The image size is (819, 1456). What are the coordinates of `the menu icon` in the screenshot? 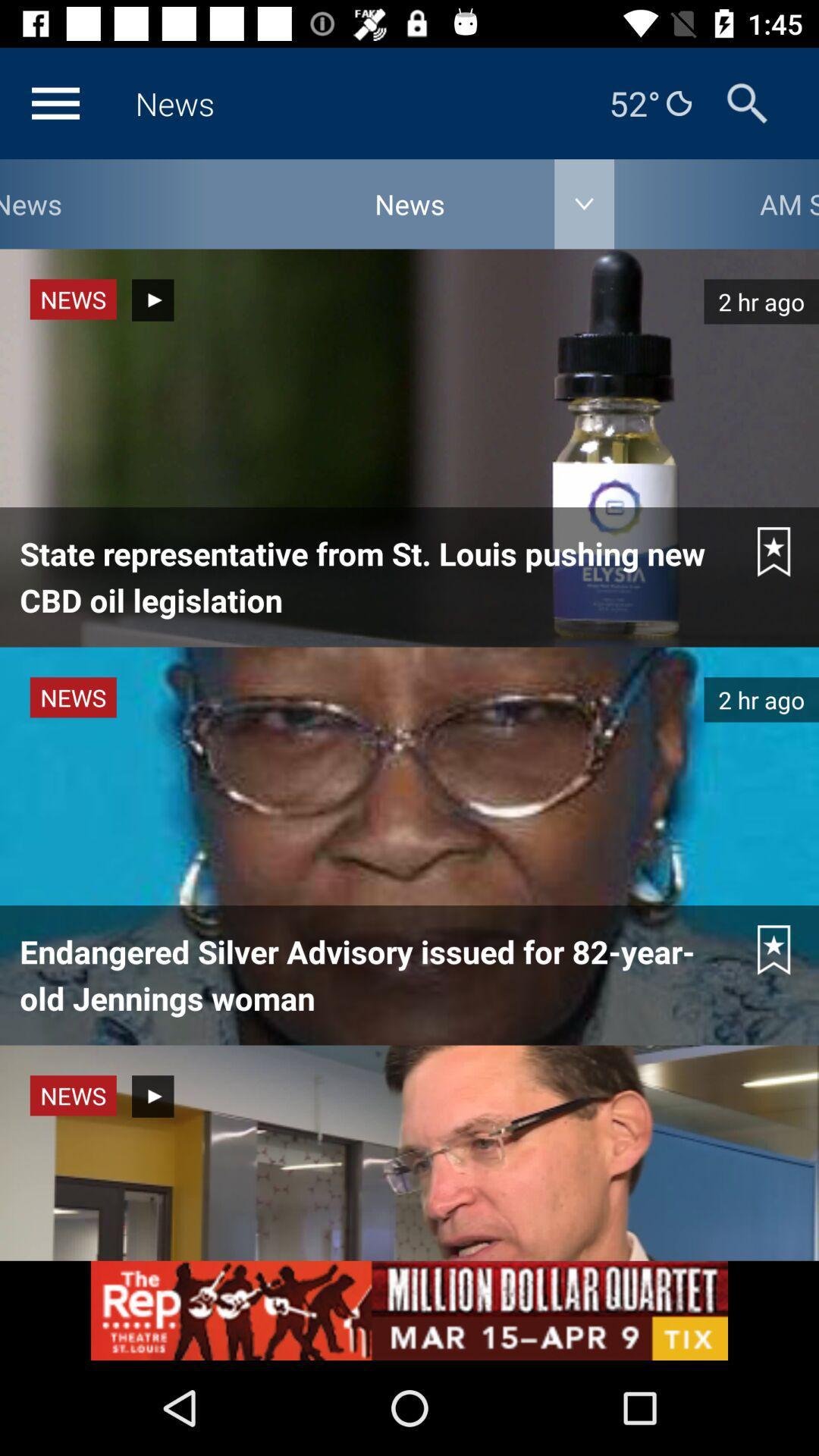 It's located at (55, 102).